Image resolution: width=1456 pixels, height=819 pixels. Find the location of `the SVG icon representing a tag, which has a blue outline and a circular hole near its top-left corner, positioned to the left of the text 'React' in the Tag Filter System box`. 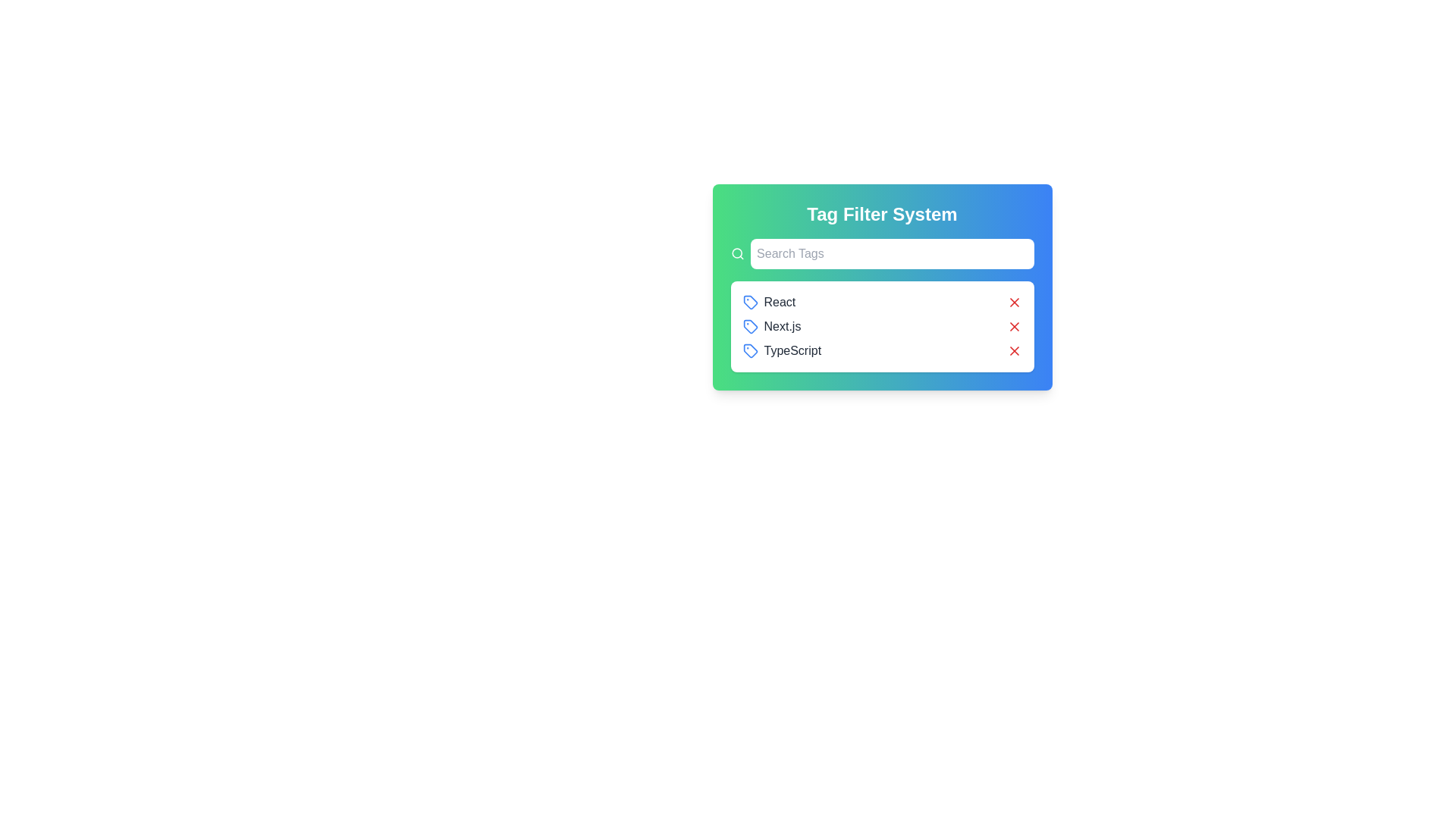

the SVG icon representing a tag, which has a blue outline and a circular hole near its top-left corner, positioned to the left of the text 'React' in the Tag Filter System box is located at coordinates (750, 302).